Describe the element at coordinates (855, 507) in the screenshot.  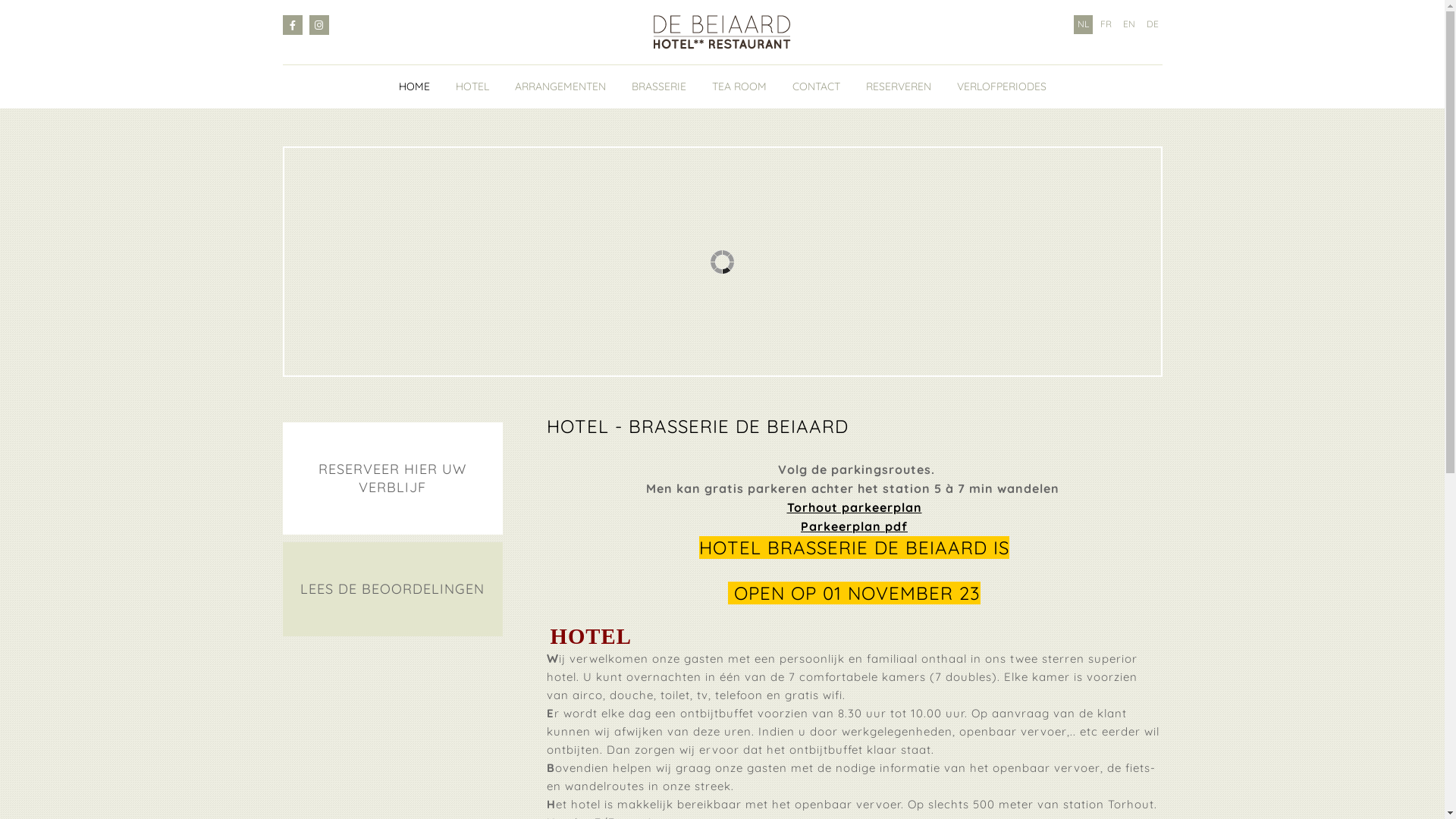
I see `'Torhout parkeerplan'` at that location.